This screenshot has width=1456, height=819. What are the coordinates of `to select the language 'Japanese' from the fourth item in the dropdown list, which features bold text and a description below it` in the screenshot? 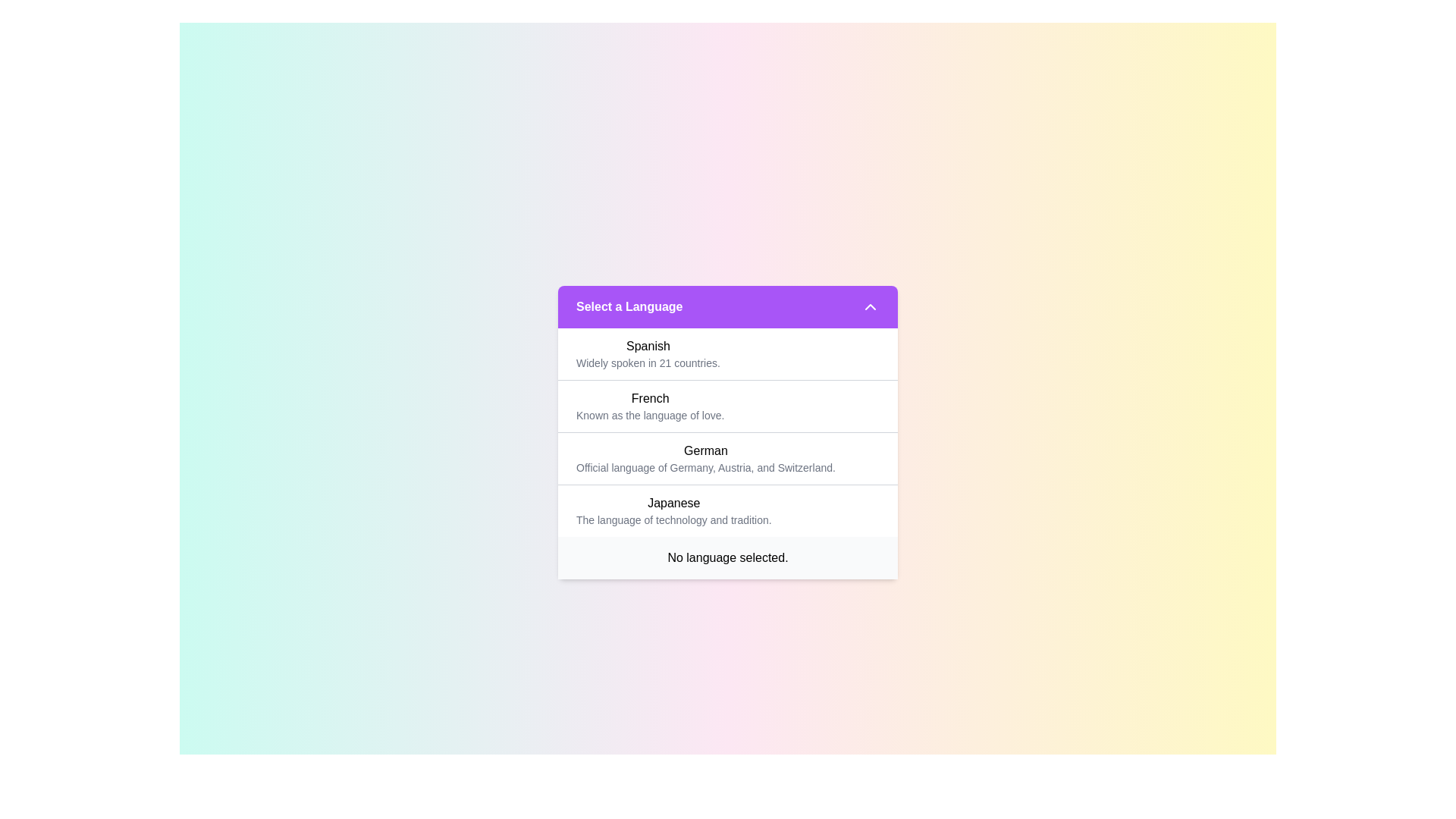 It's located at (728, 510).